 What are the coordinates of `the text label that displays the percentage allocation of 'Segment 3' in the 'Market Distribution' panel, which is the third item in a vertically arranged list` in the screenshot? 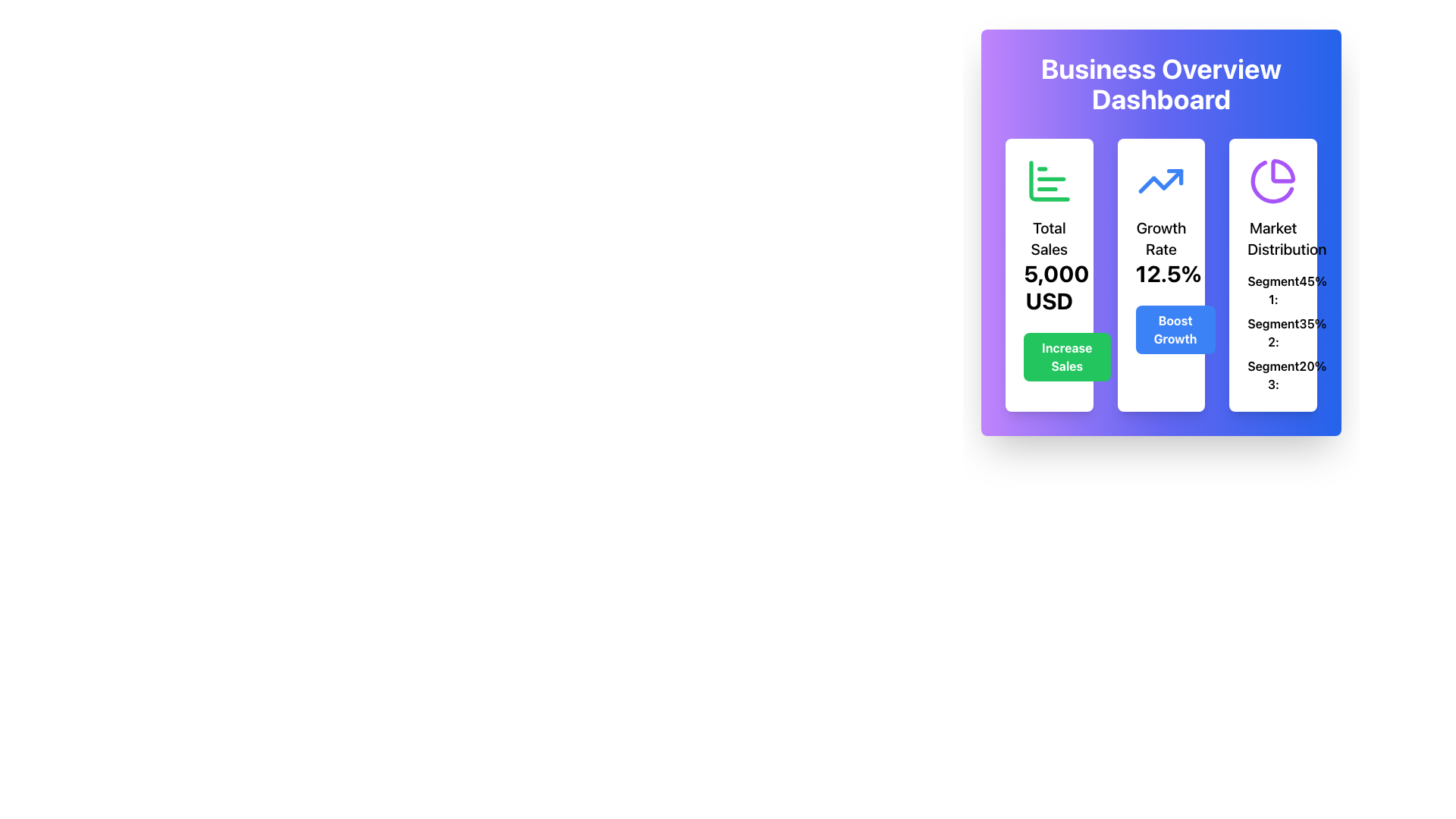 It's located at (1273, 375).